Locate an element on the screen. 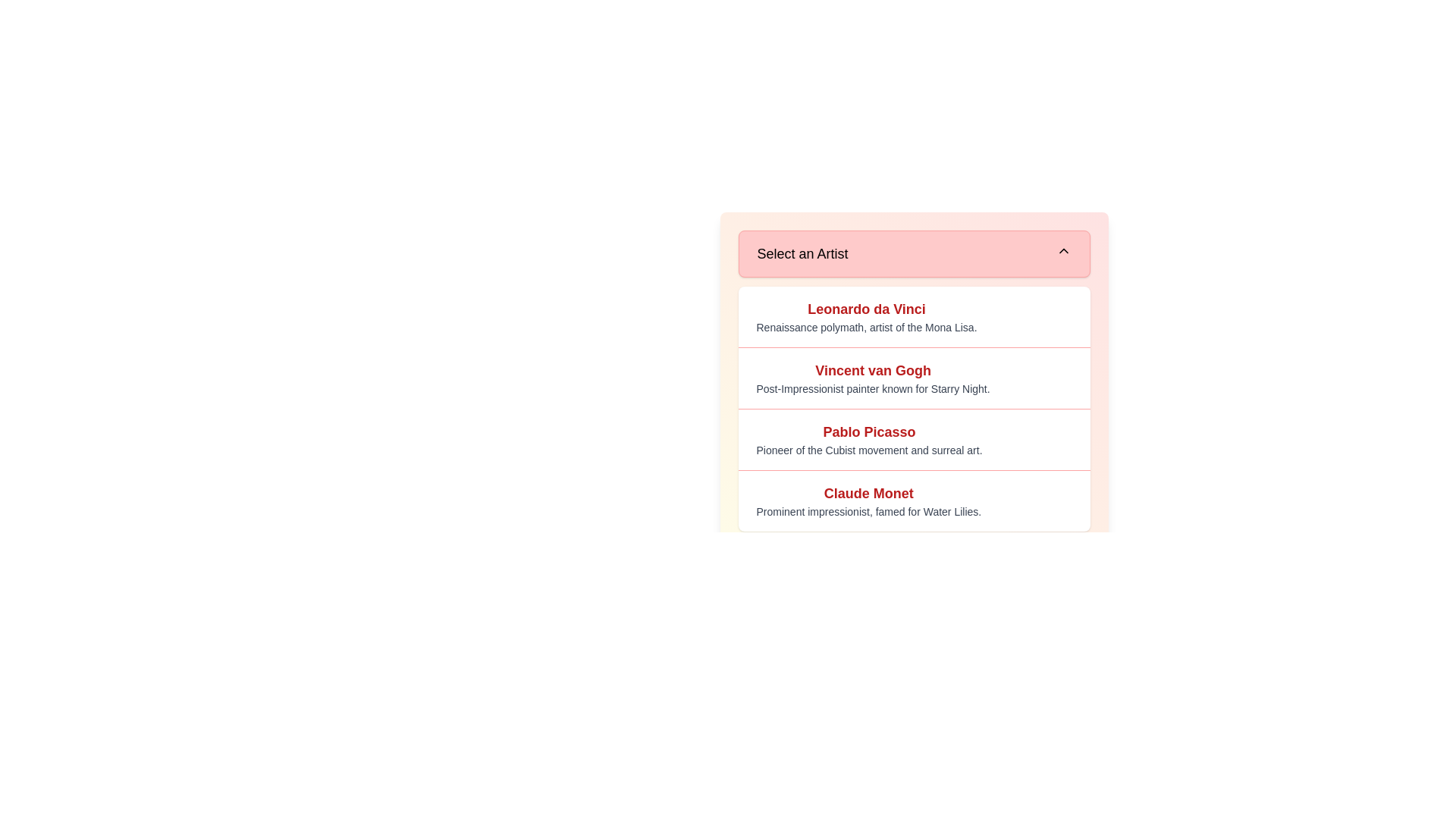 The image size is (1456, 819). an artist option from the 'Select an Artist' dropdown menu, which features a title at the top and four clickable artist names listed below is located at coordinates (913, 380).